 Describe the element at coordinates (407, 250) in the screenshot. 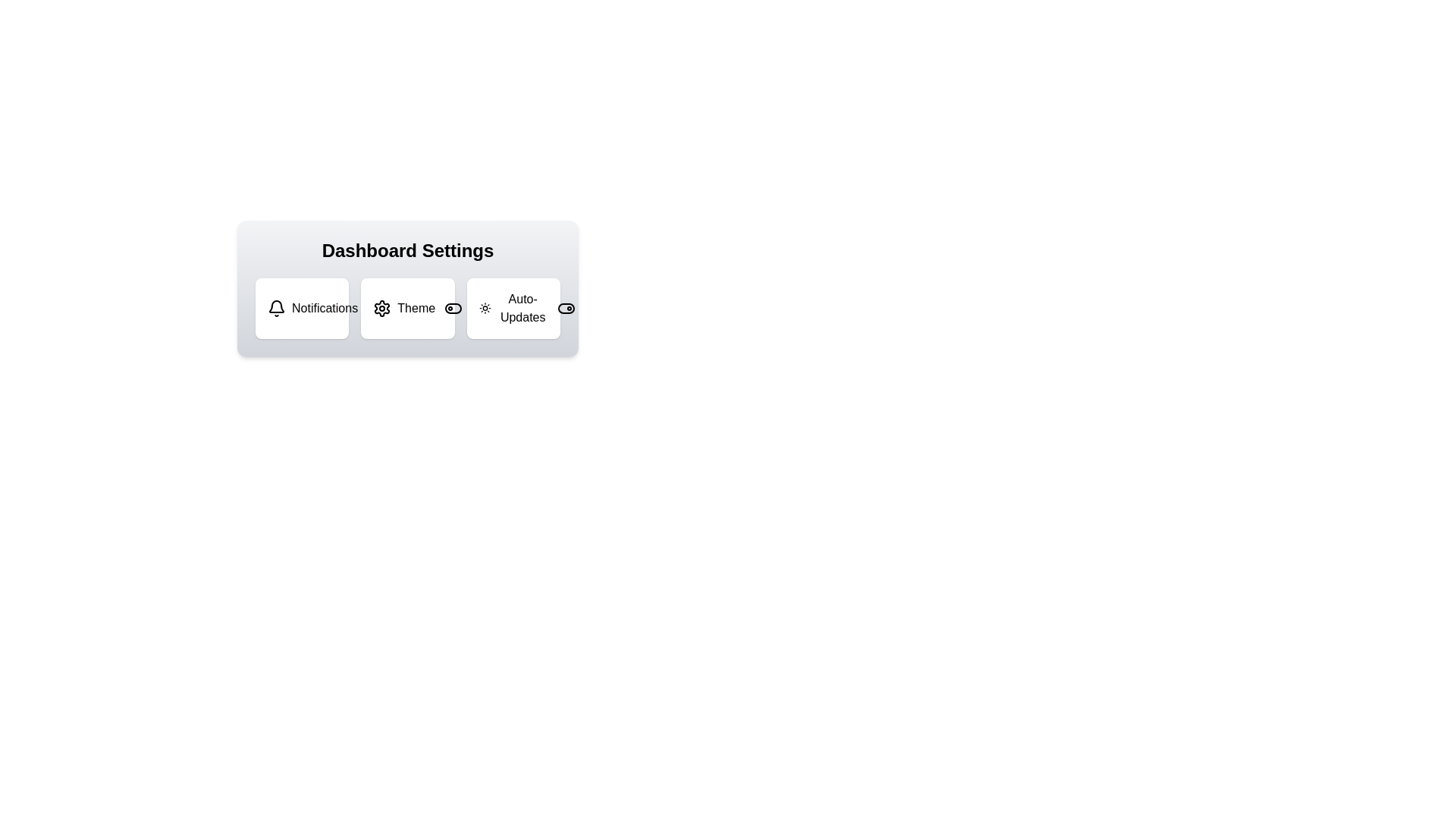

I see `the dashboard title text to interact with it` at that location.